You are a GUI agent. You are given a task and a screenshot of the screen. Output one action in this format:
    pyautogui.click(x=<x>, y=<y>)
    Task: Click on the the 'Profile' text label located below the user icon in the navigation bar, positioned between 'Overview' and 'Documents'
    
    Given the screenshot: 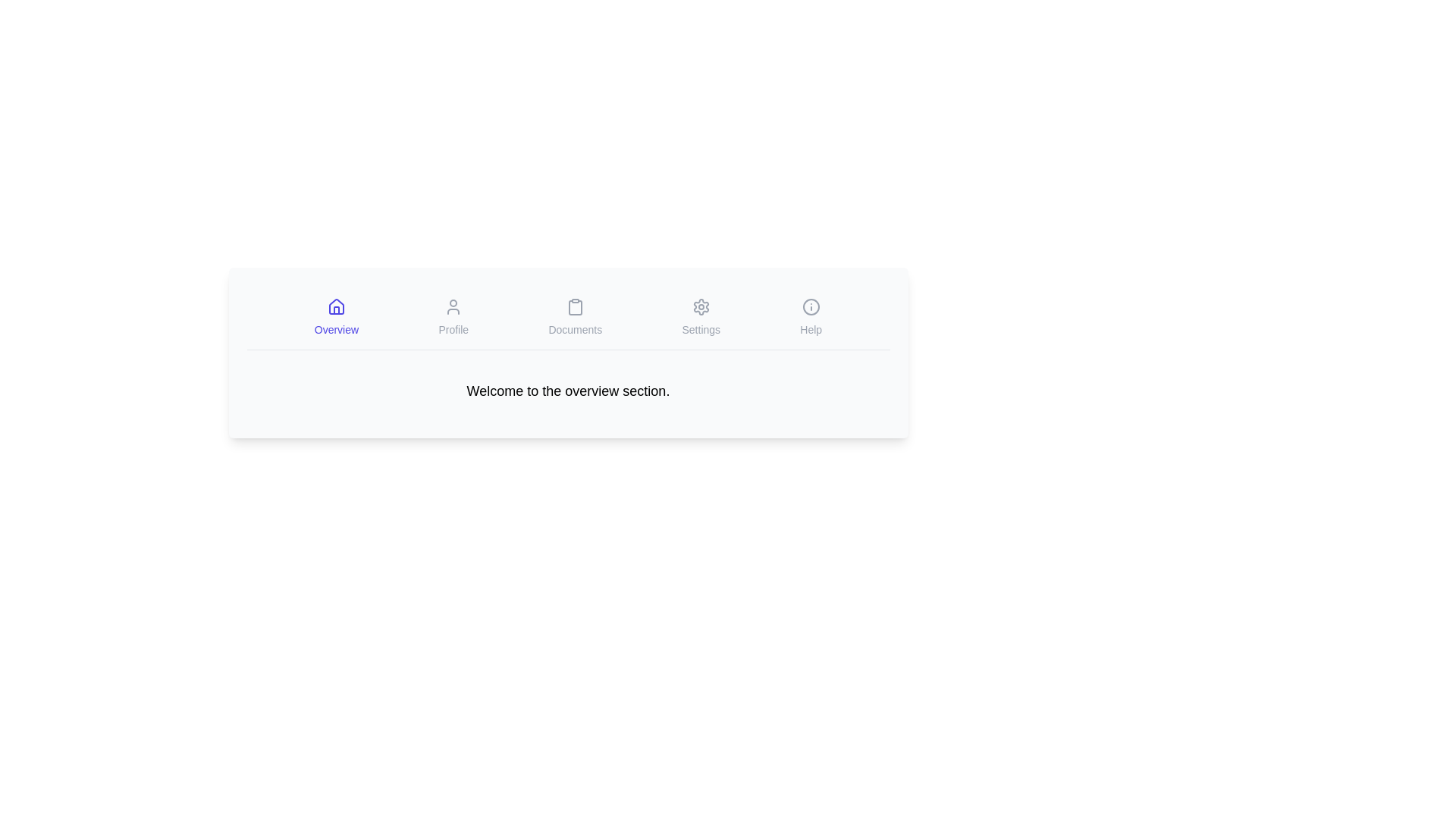 What is the action you would take?
    pyautogui.click(x=453, y=329)
    